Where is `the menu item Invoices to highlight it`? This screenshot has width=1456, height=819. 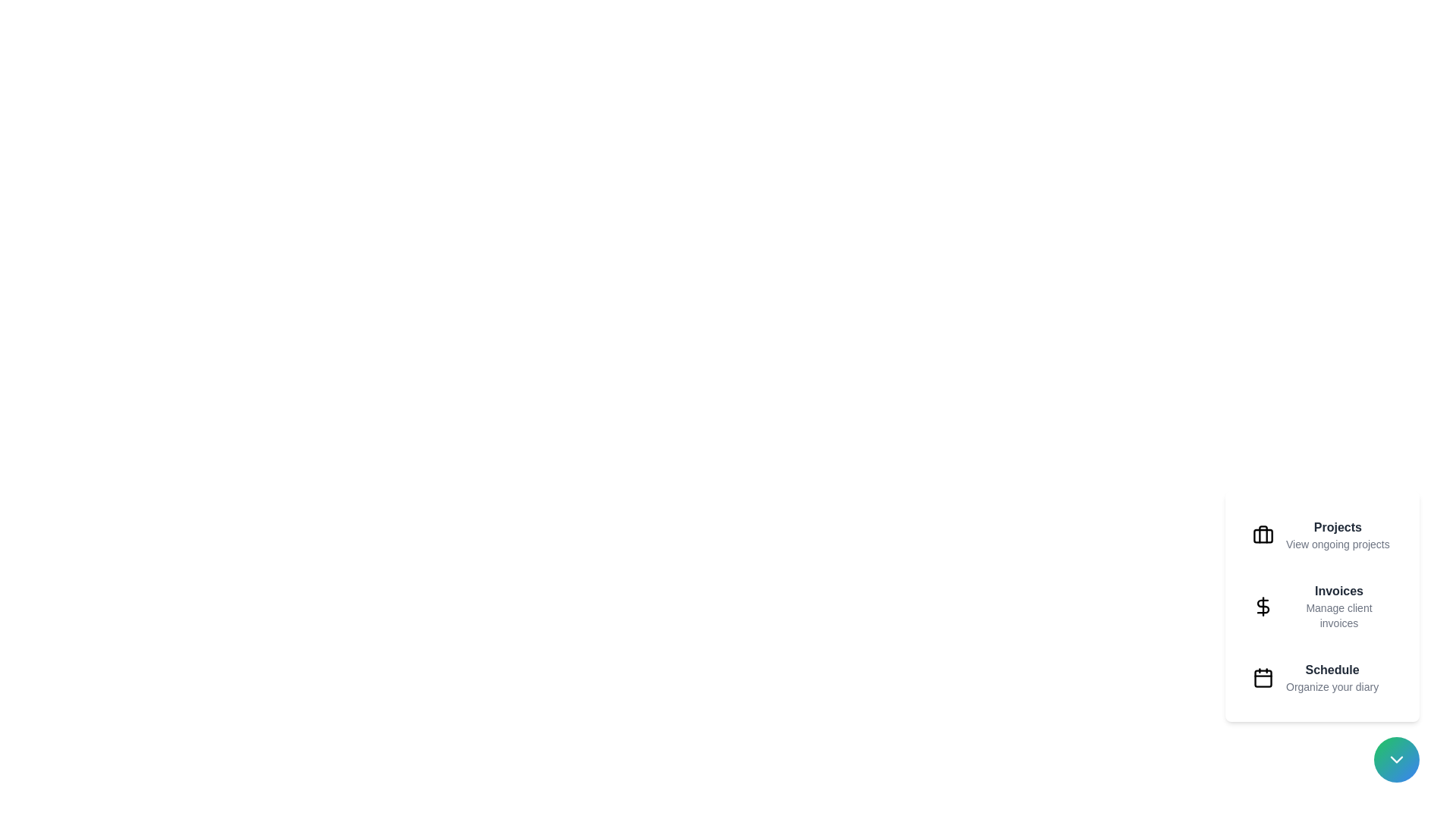 the menu item Invoices to highlight it is located at coordinates (1321, 605).